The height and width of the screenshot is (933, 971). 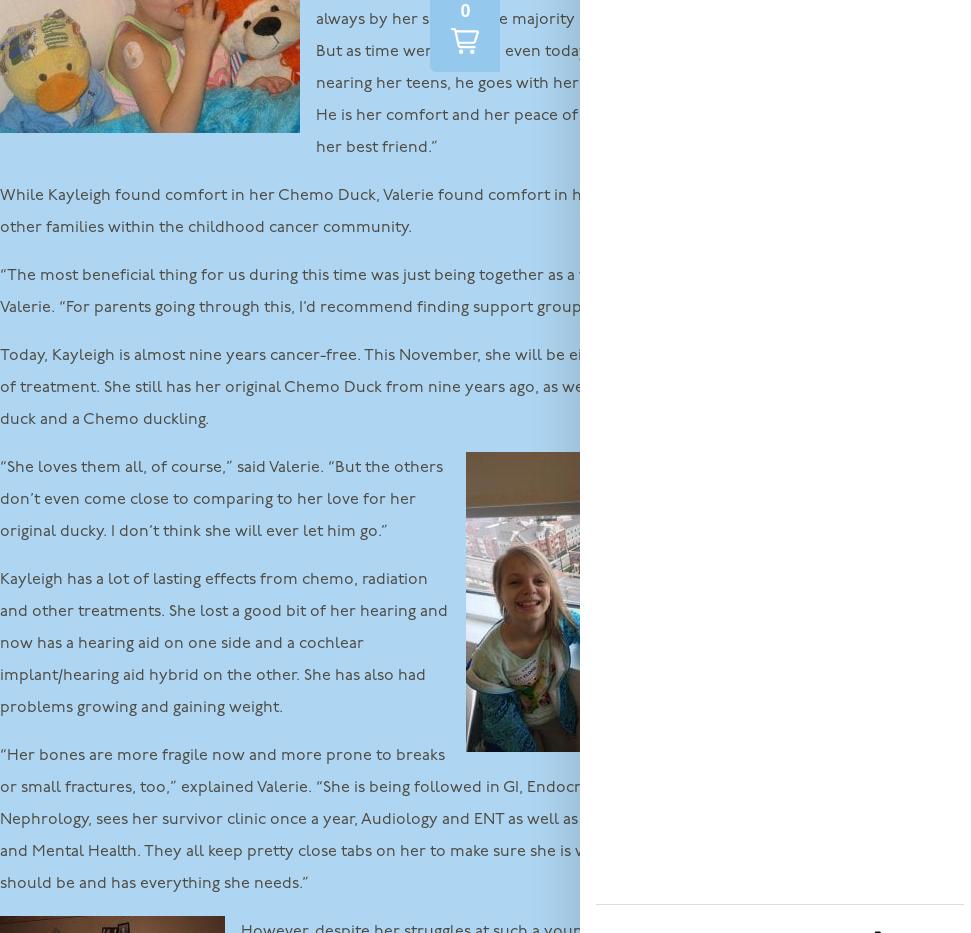 What do you see at coordinates (763, 778) in the screenshot?
I see `'May 2013'` at bounding box center [763, 778].